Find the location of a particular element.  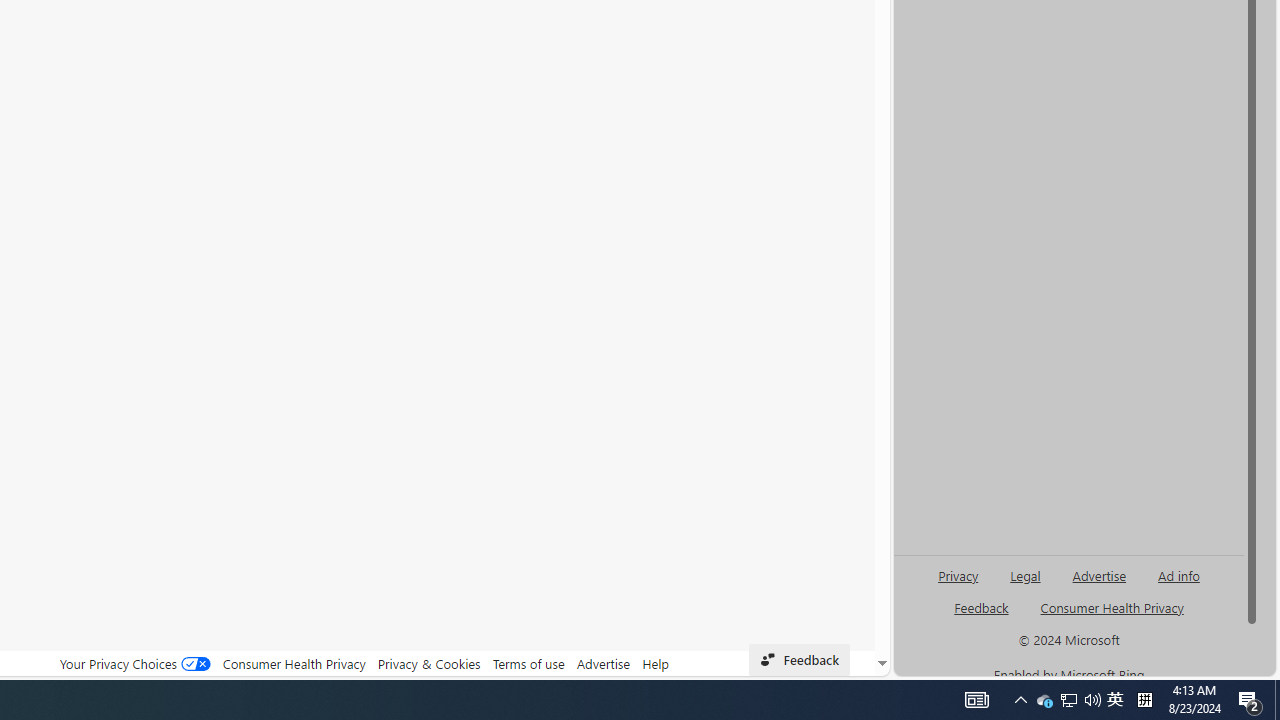

'Privacy & Cookies' is located at coordinates (428, 663).